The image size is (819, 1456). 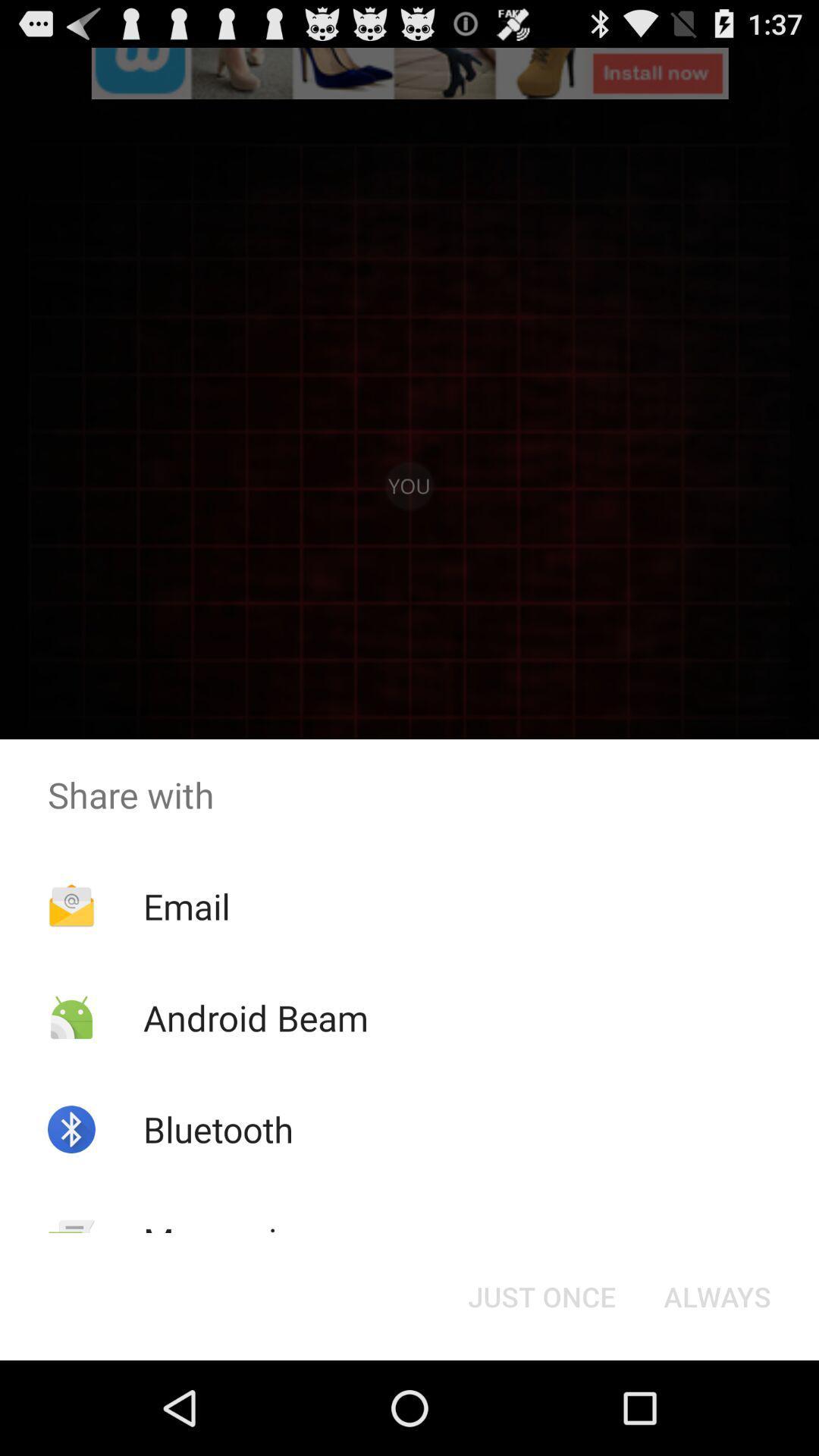 What do you see at coordinates (541, 1295) in the screenshot?
I see `item next to the always item` at bounding box center [541, 1295].